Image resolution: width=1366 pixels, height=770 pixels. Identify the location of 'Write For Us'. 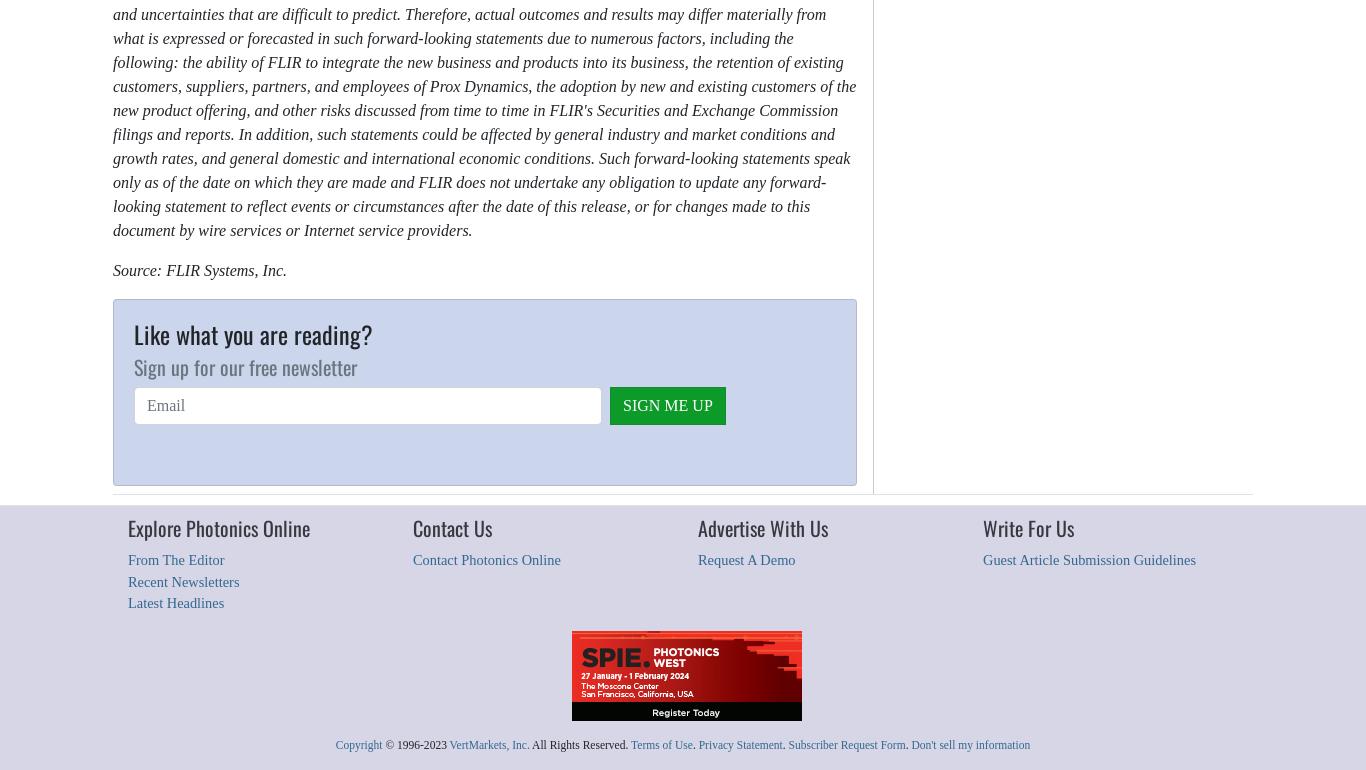
(1027, 526).